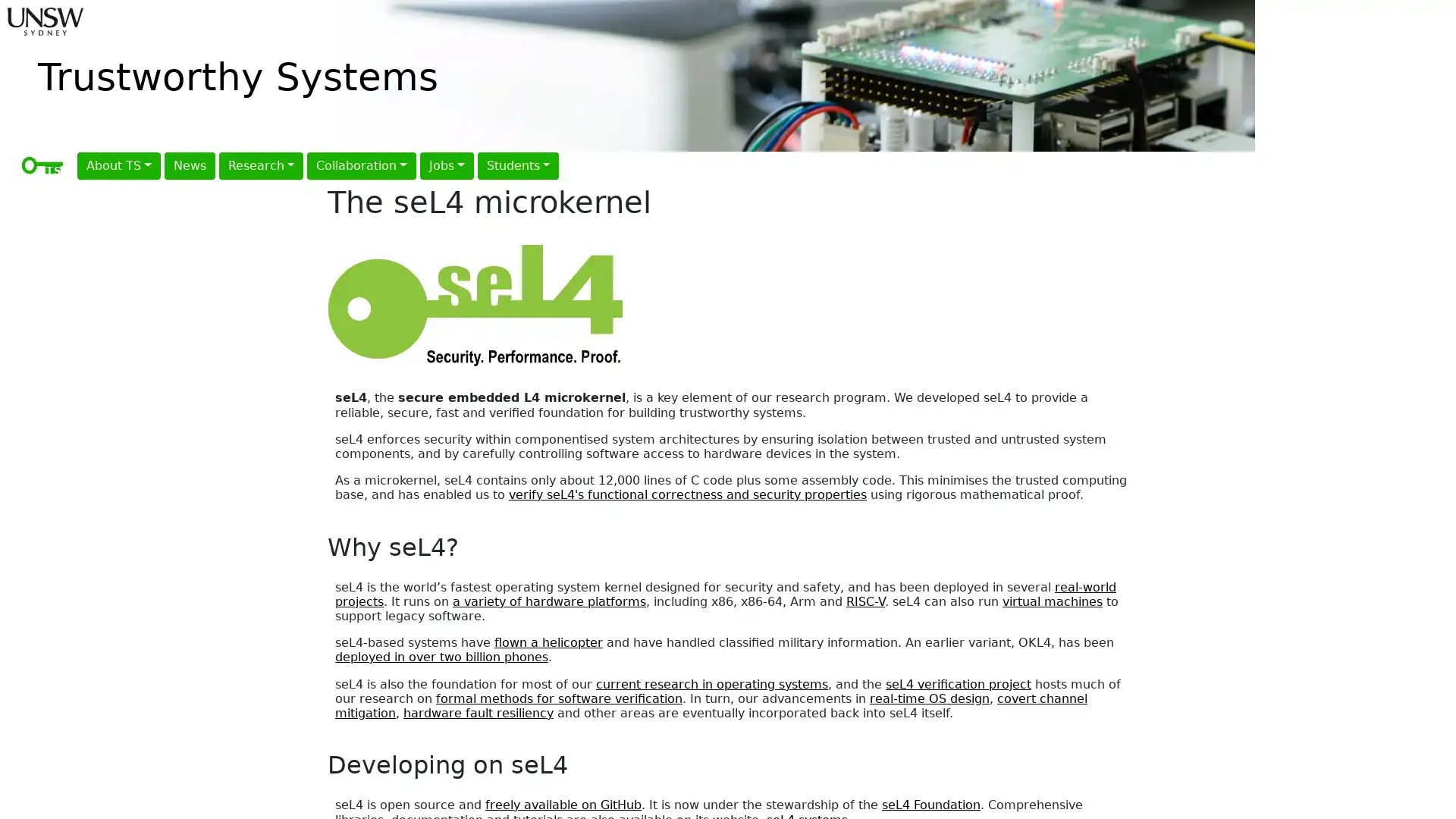  I want to click on Research, so click(261, 165).